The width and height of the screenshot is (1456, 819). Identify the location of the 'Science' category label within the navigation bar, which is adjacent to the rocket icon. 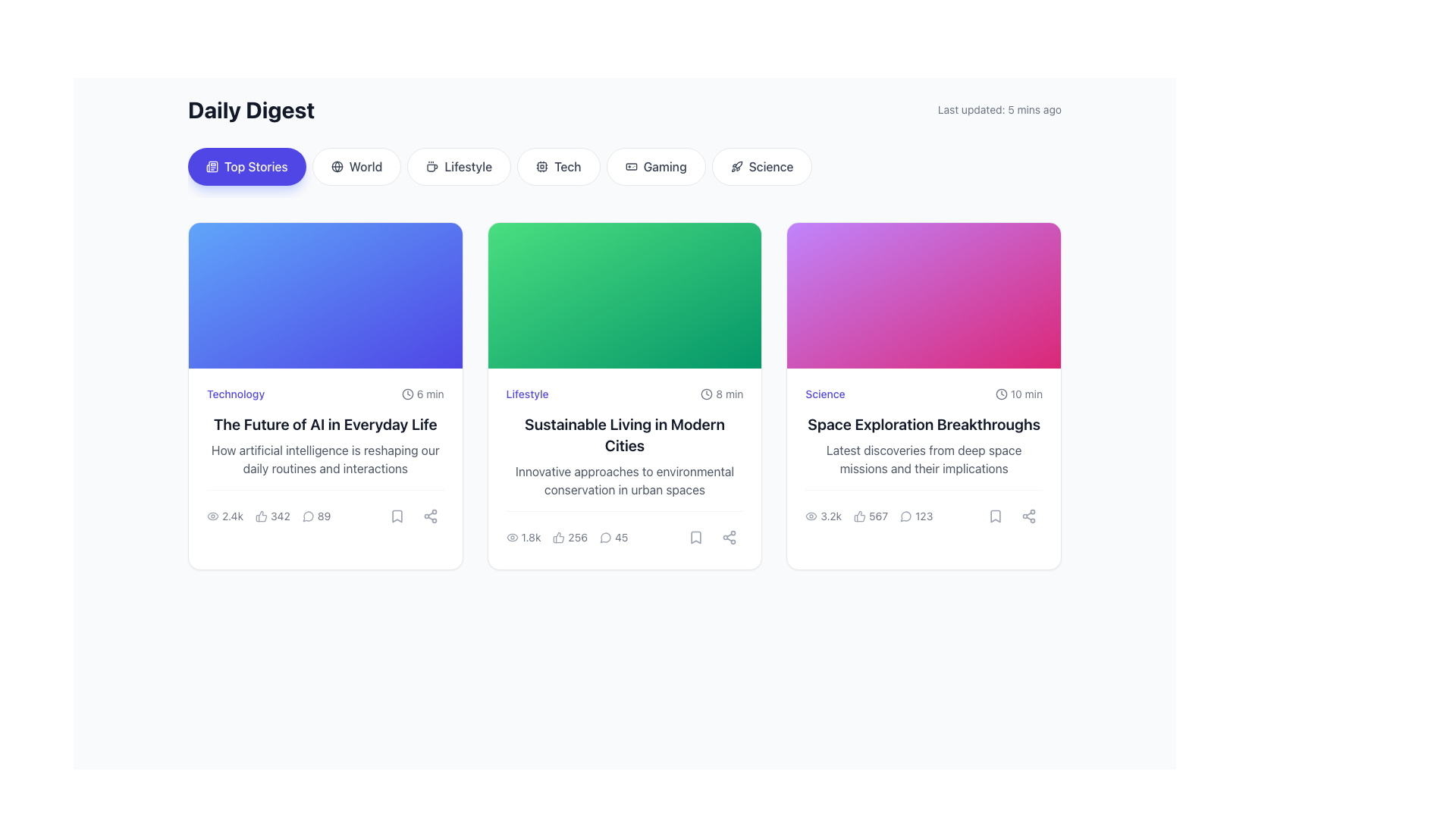
(771, 166).